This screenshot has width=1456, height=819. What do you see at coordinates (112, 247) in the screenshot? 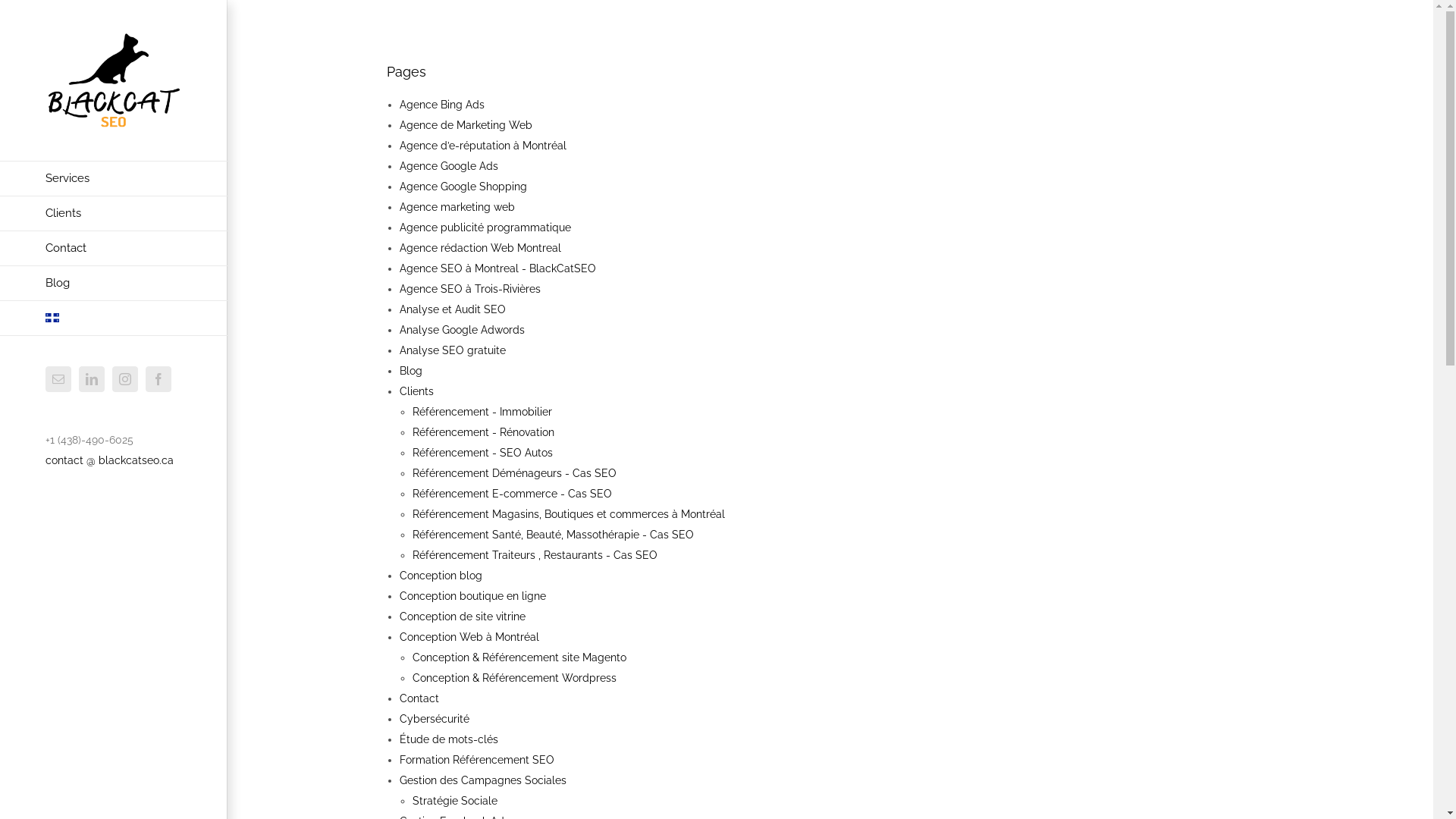
I see `'Contact'` at bounding box center [112, 247].